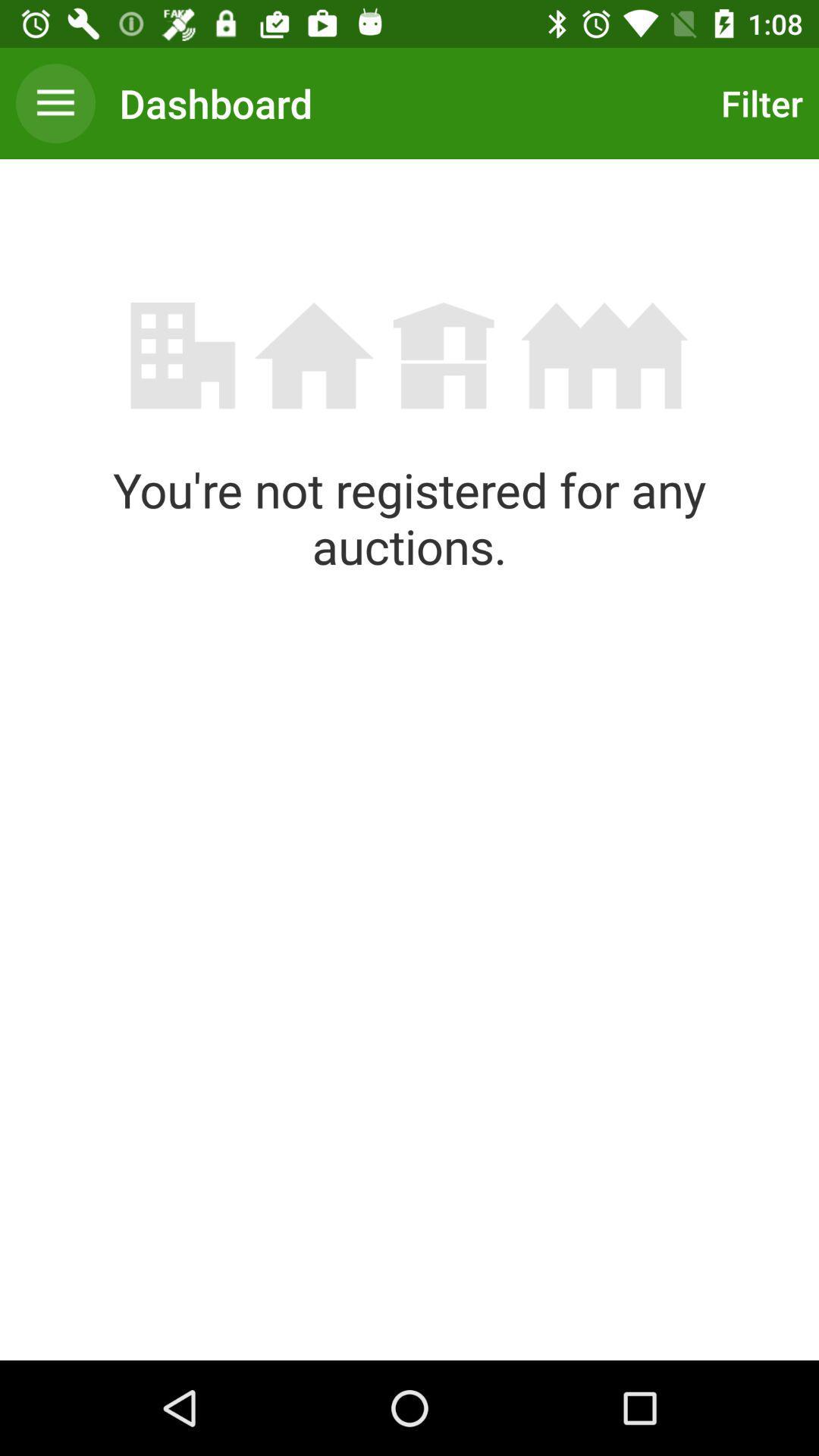 The width and height of the screenshot is (819, 1456). I want to click on the icon at the top right corner, so click(758, 102).